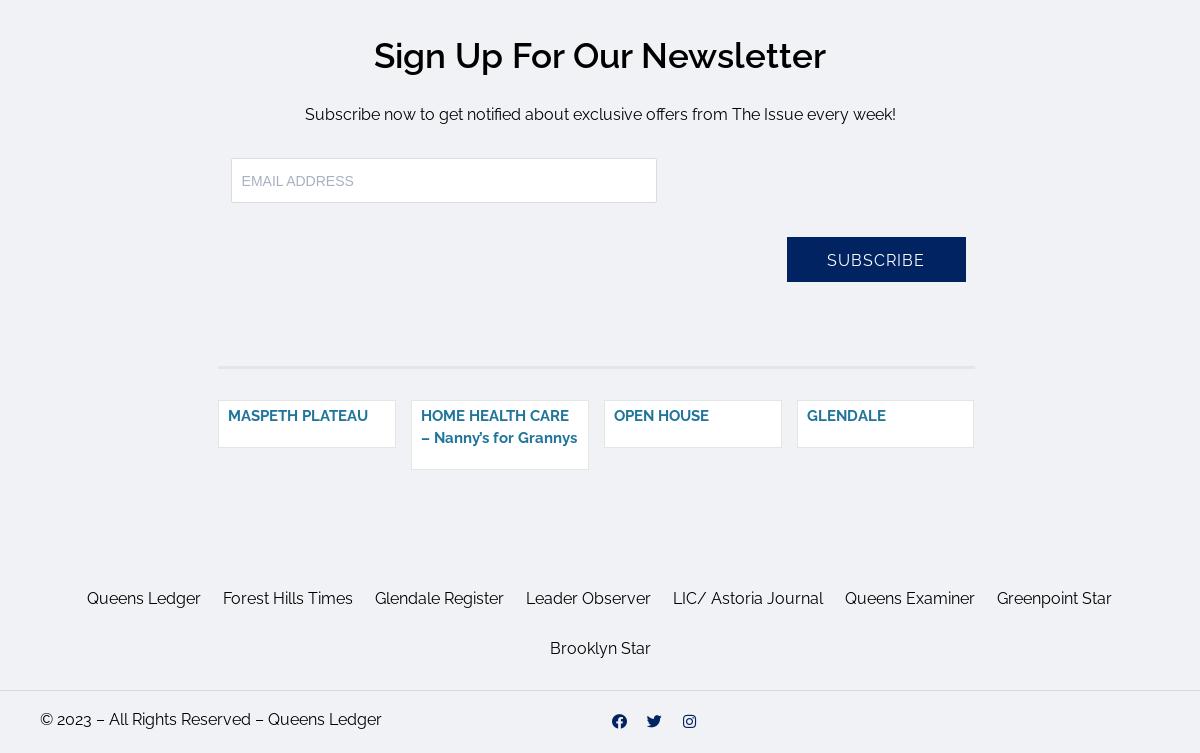  What do you see at coordinates (439, 597) in the screenshot?
I see `'Glendale Register'` at bounding box center [439, 597].